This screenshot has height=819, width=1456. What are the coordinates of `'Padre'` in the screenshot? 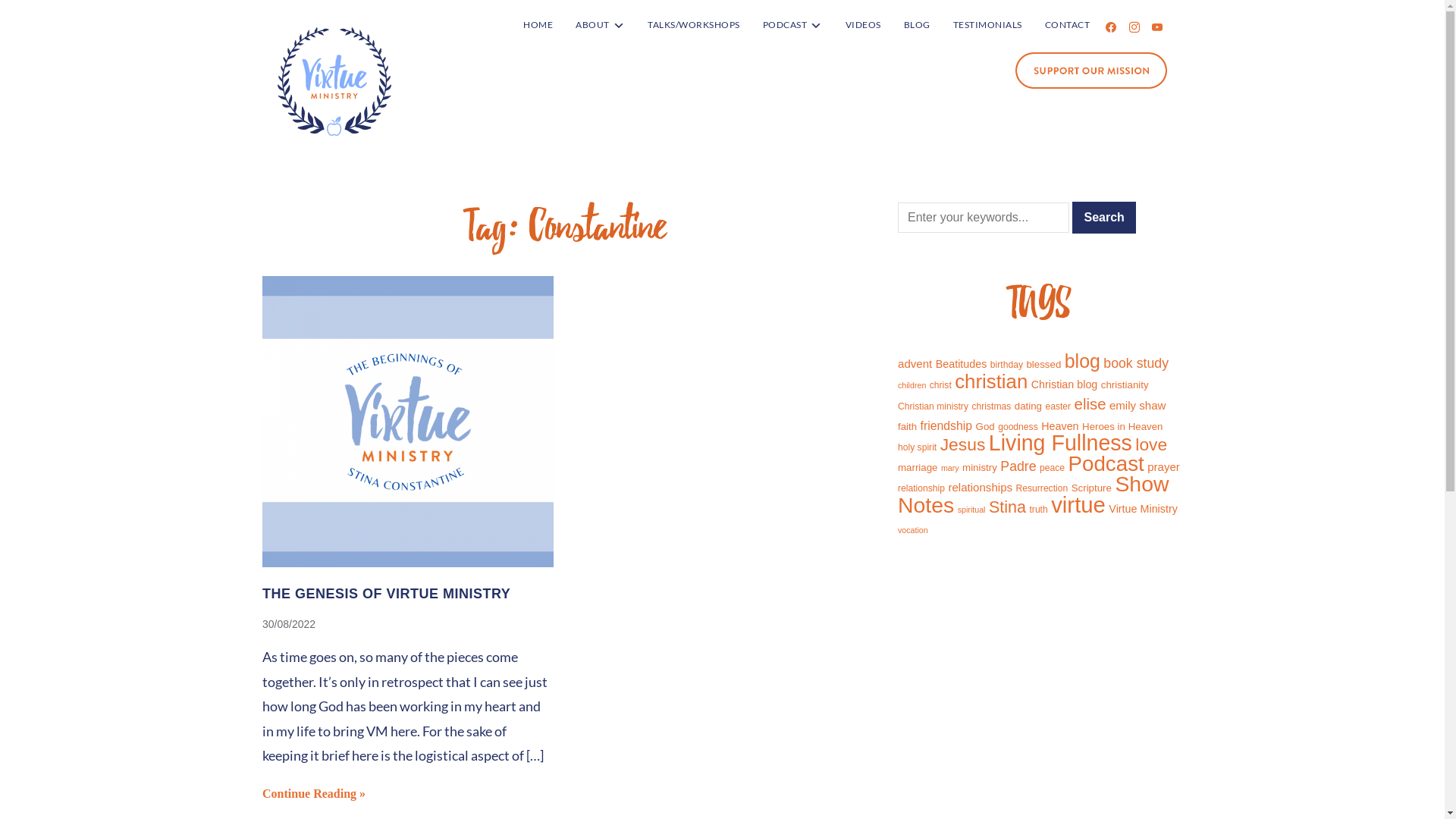 It's located at (1018, 465).